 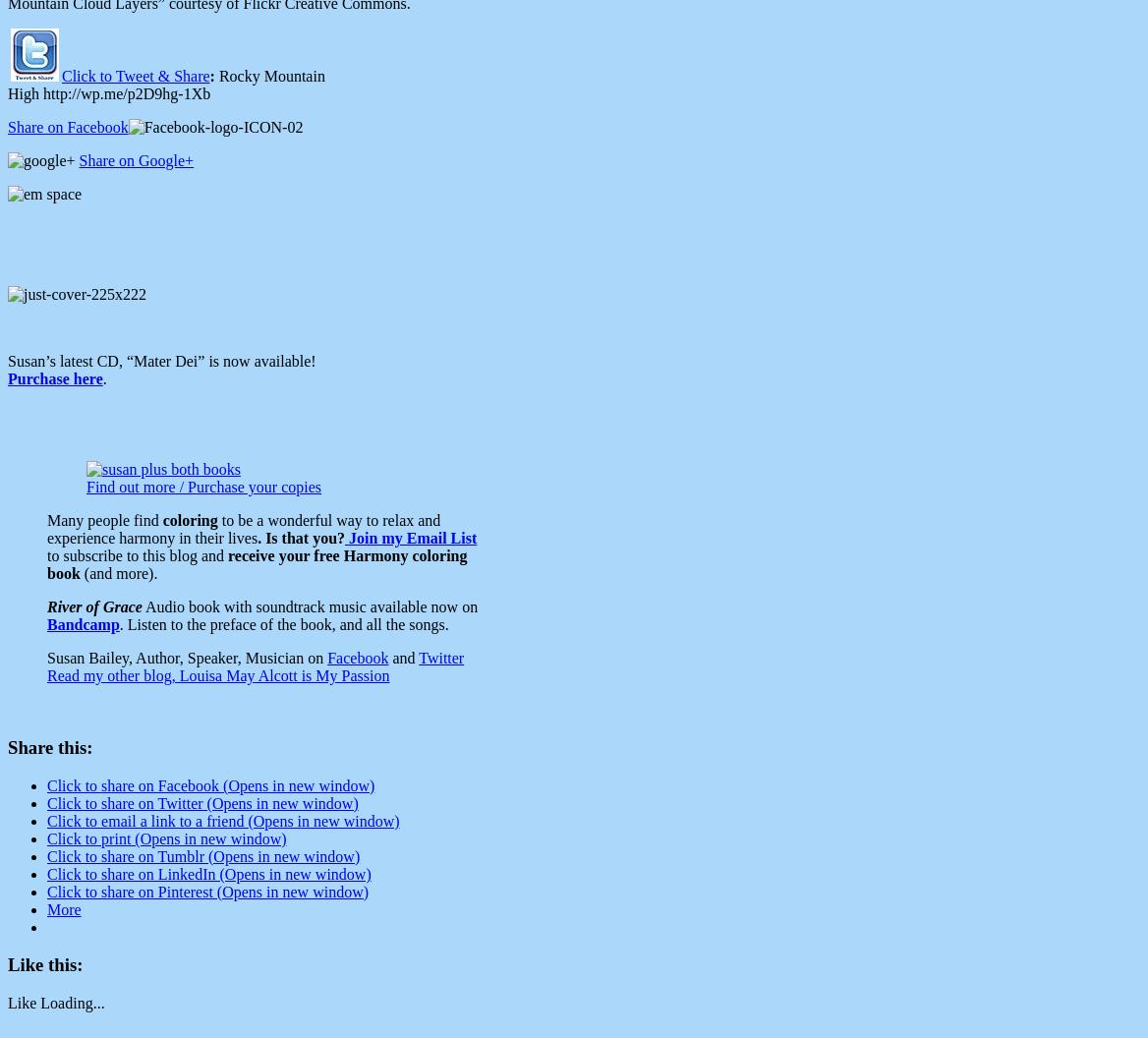 What do you see at coordinates (93, 605) in the screenshot?
I see `'River of Grace'` at bounding box center [93, 605].